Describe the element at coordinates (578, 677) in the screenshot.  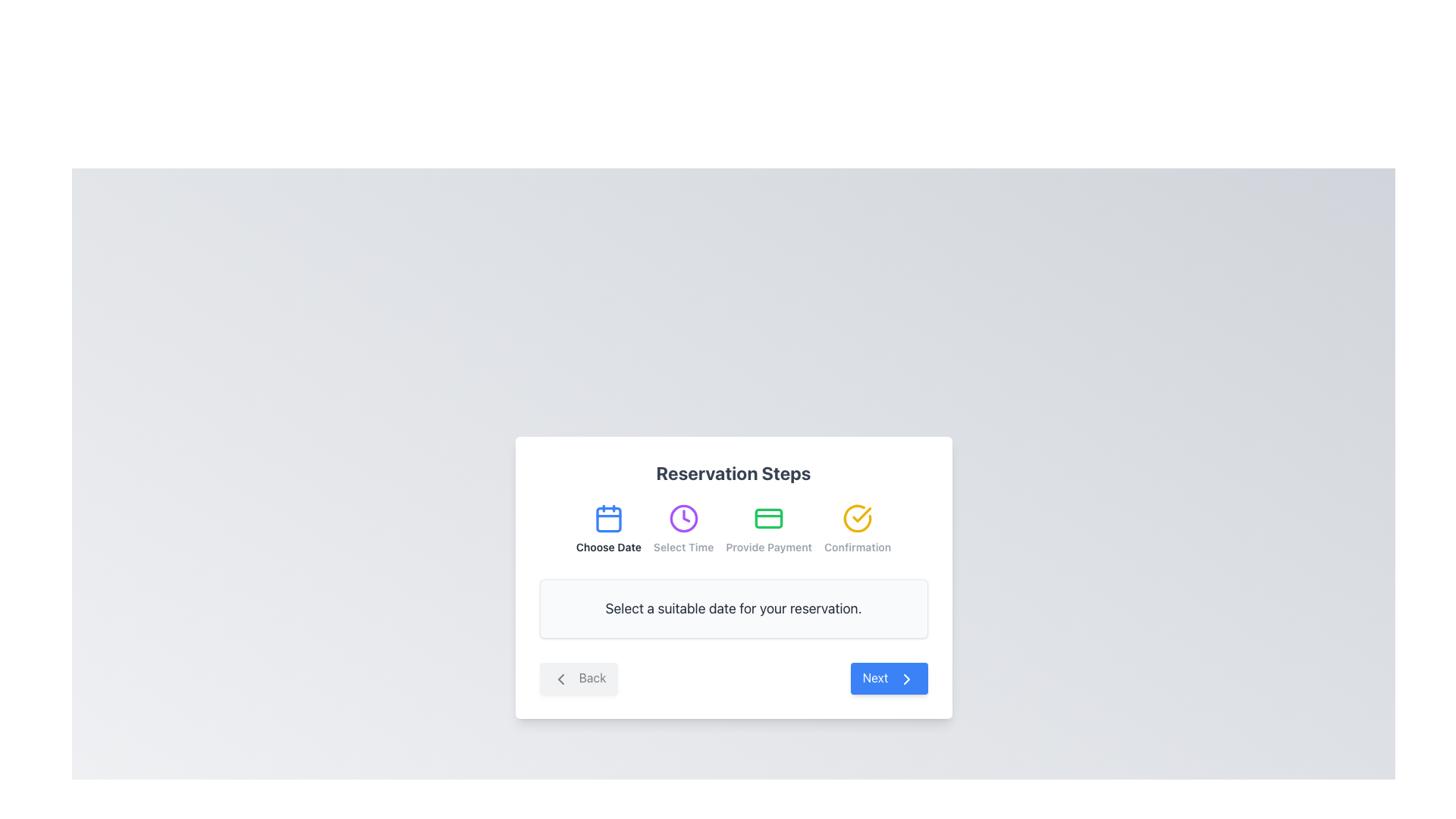
I see `the 'Previous' navigation button located at the bottom left of the navigation buttons group` at that location.